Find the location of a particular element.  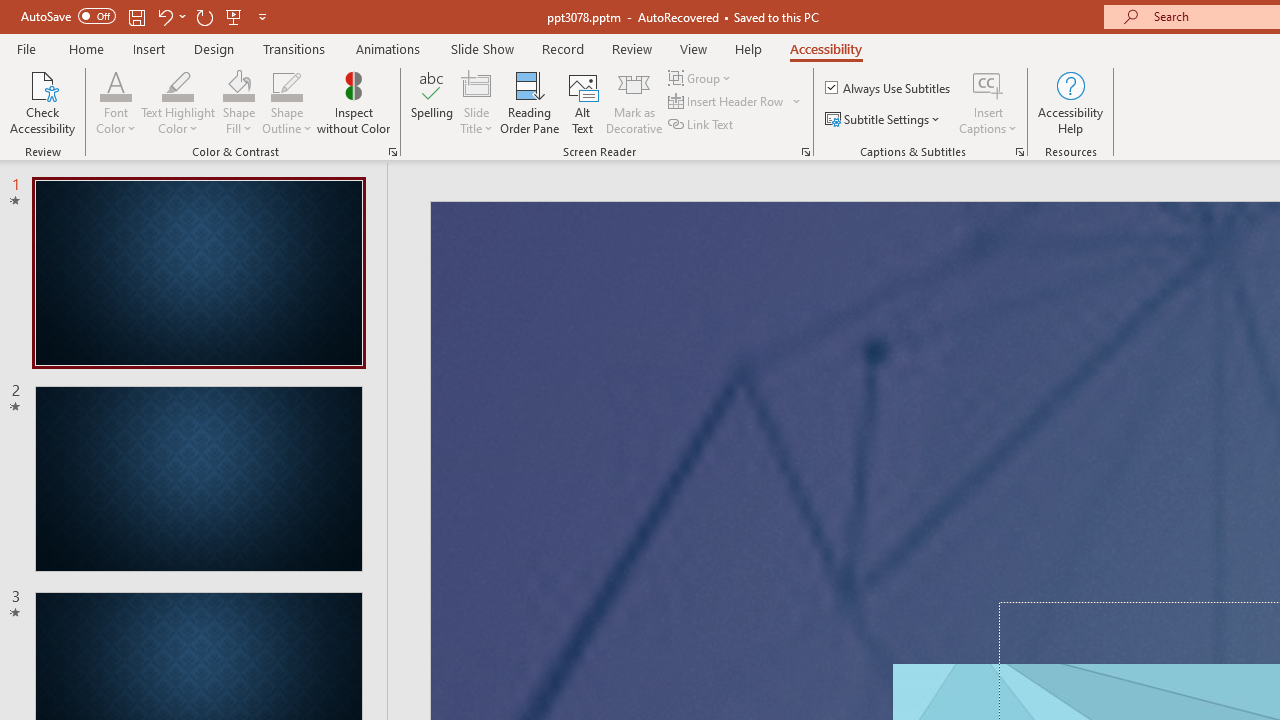

'Insert Captions' is located at coordinates (988, 103).